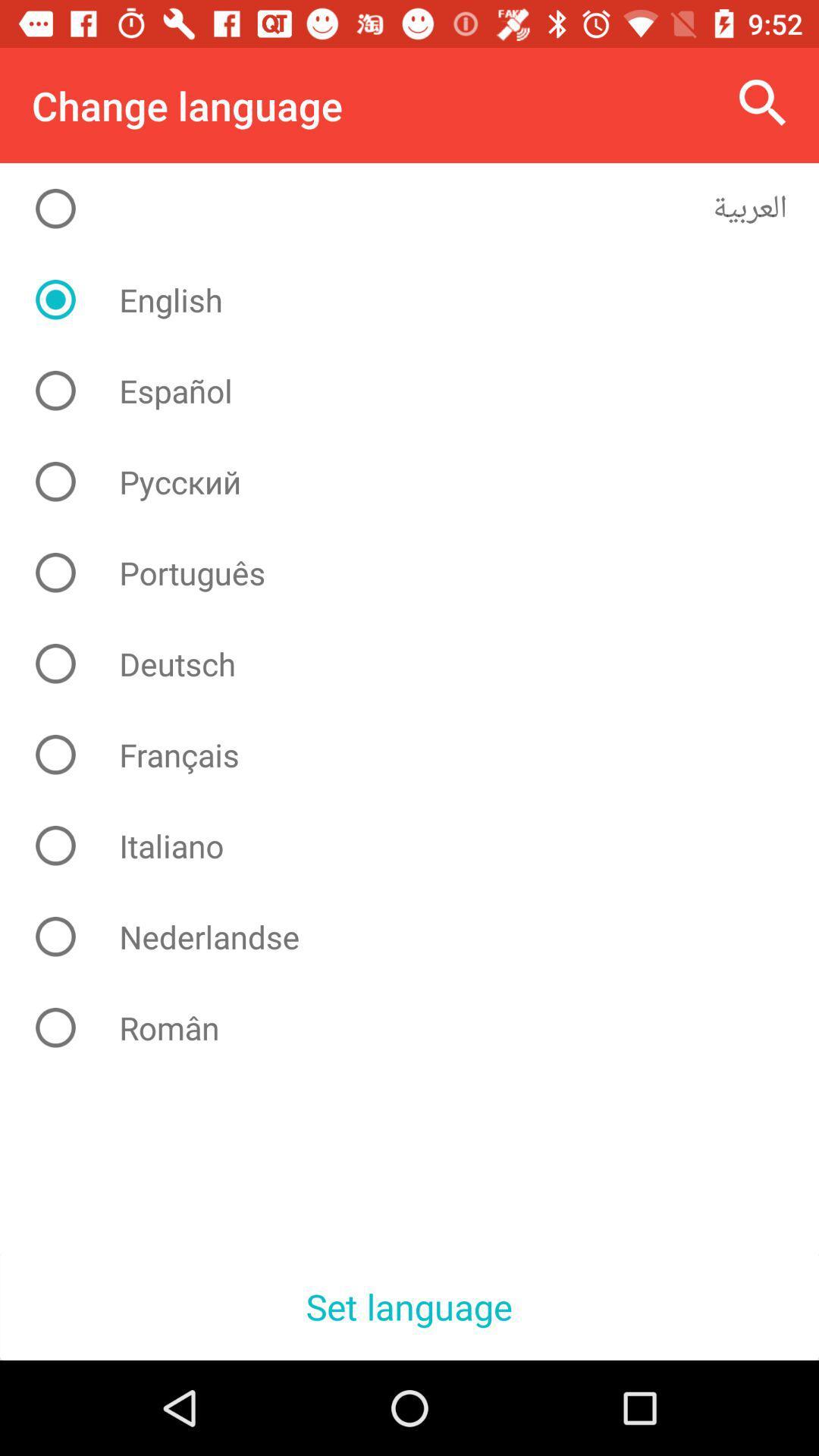  Describe the element at coordinates (421, 1028) in the screenshot. I see `the icon above set language icon` at that location.